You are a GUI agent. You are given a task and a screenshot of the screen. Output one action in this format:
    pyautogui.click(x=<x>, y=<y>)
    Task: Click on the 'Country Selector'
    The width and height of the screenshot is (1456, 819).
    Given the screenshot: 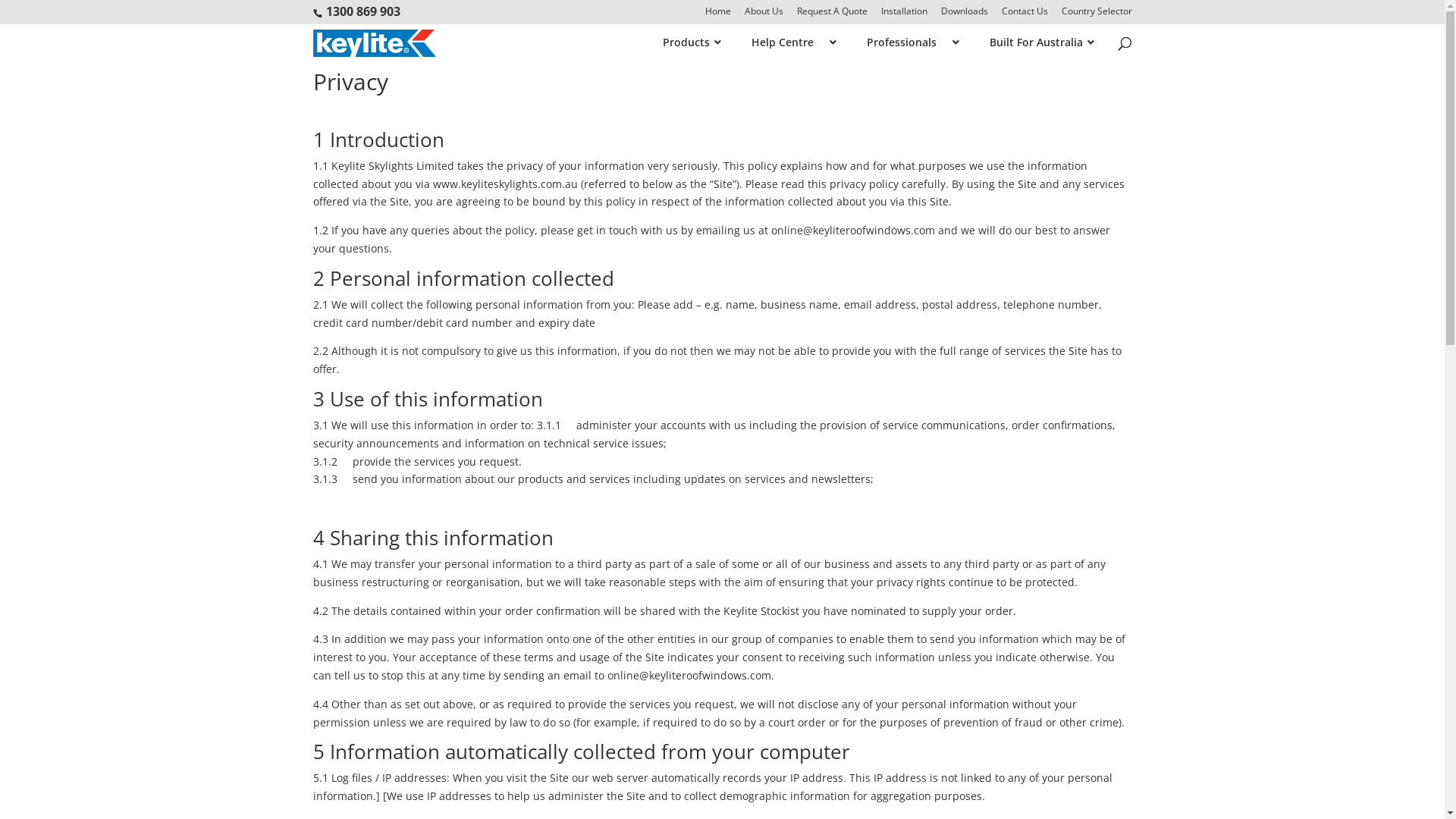 What is the action you would take?
    pyautogui.click(x=1097, y=14)
    